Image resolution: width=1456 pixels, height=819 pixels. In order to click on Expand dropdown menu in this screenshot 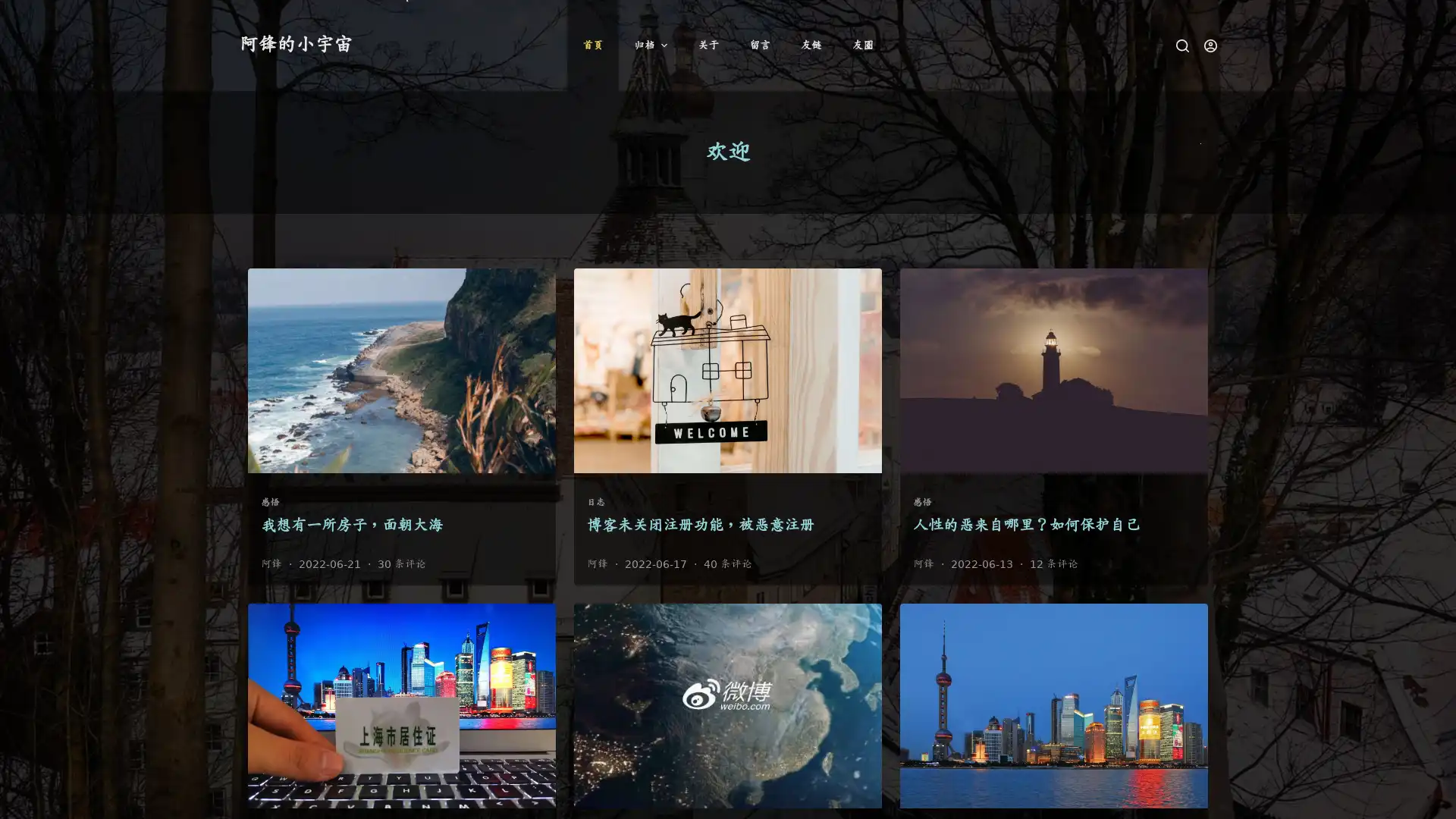, I will do `click(663, 45)`.